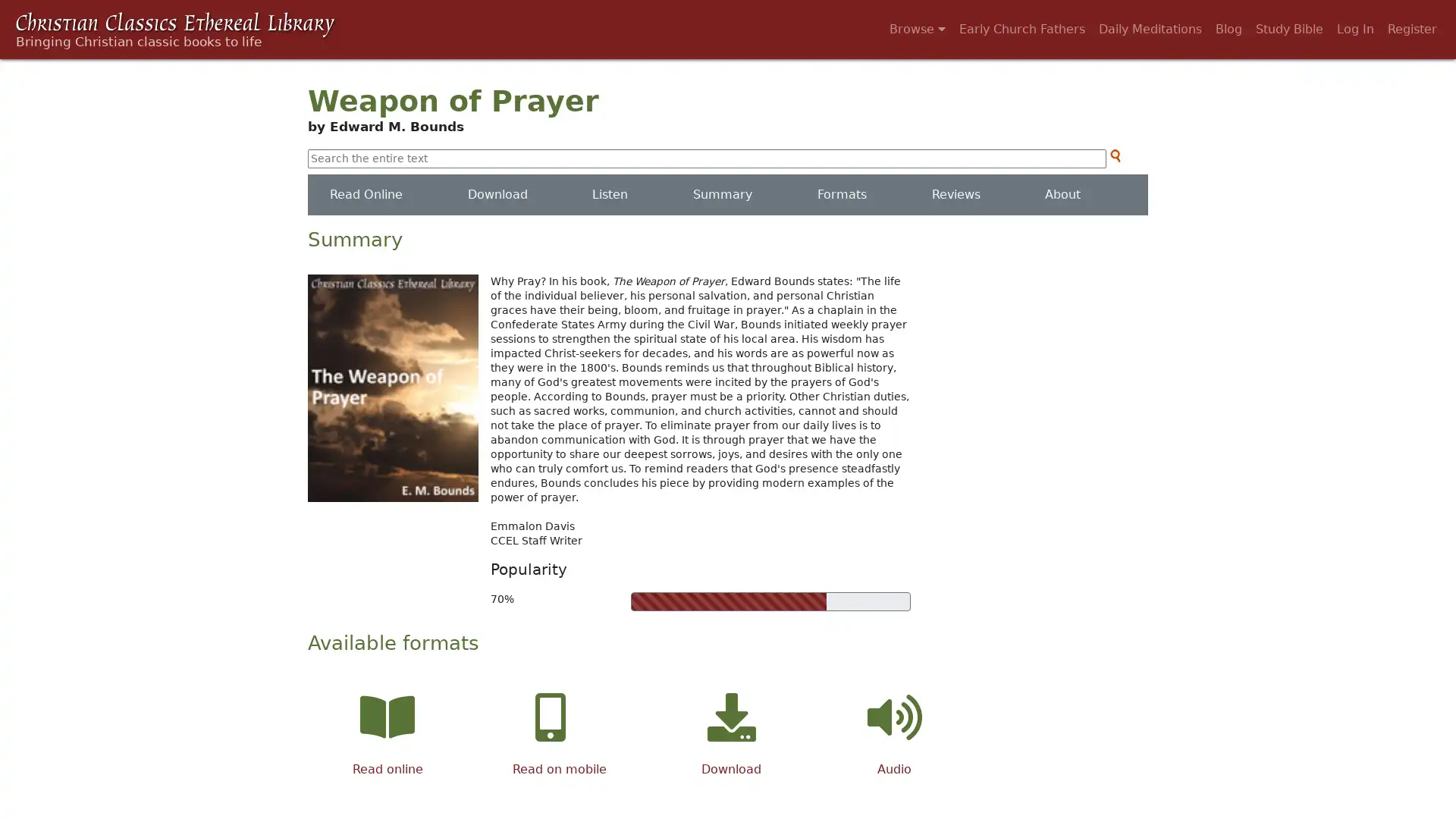  What do you see at coordinates (1114, 155) in the screenshot?
I see `Submit search` at bounding box center [1114, 155].